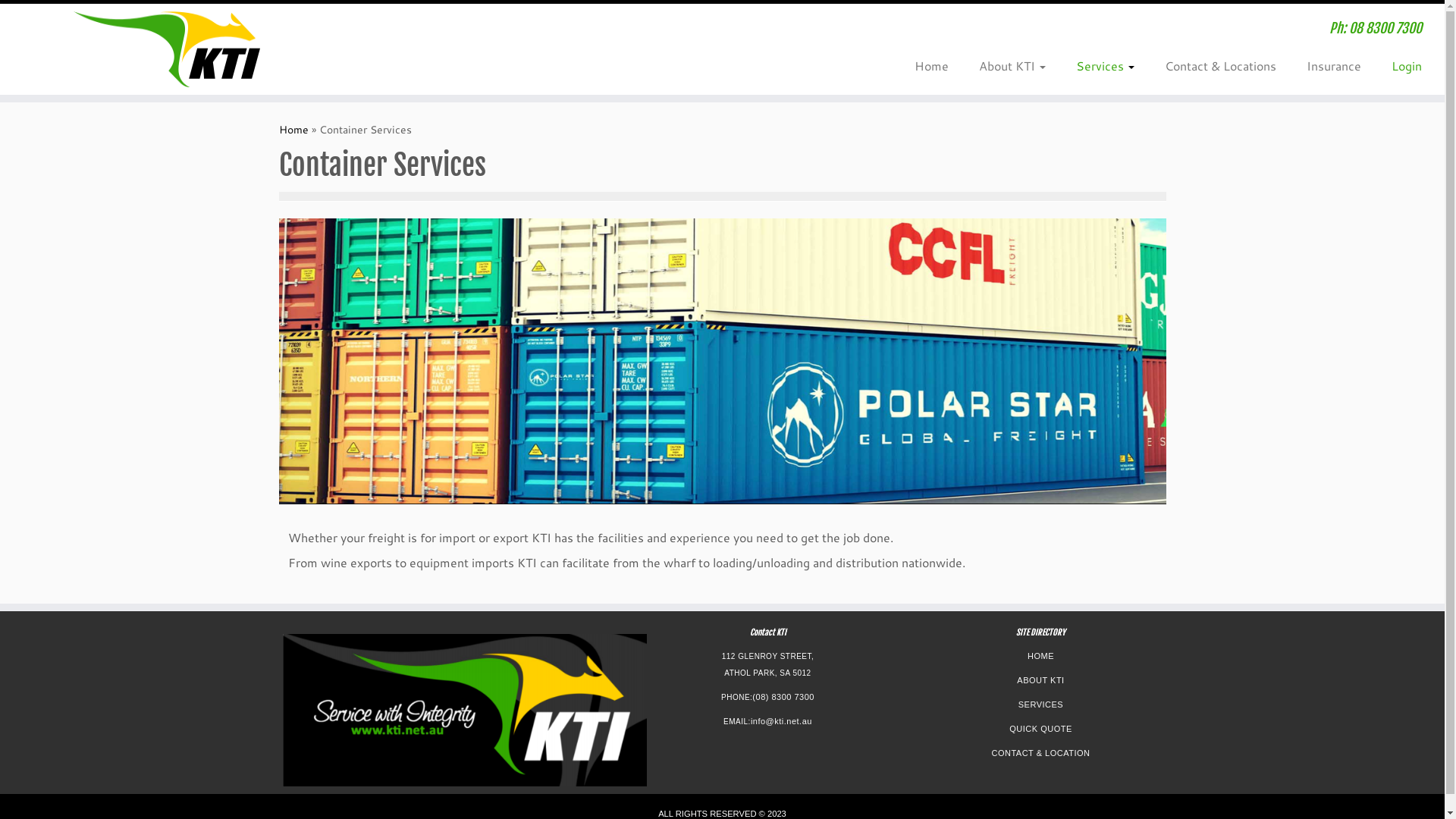 This screenshot has width=1456, height=819. I want to click on 'QUICK QUOTE', so click(1009, 727).